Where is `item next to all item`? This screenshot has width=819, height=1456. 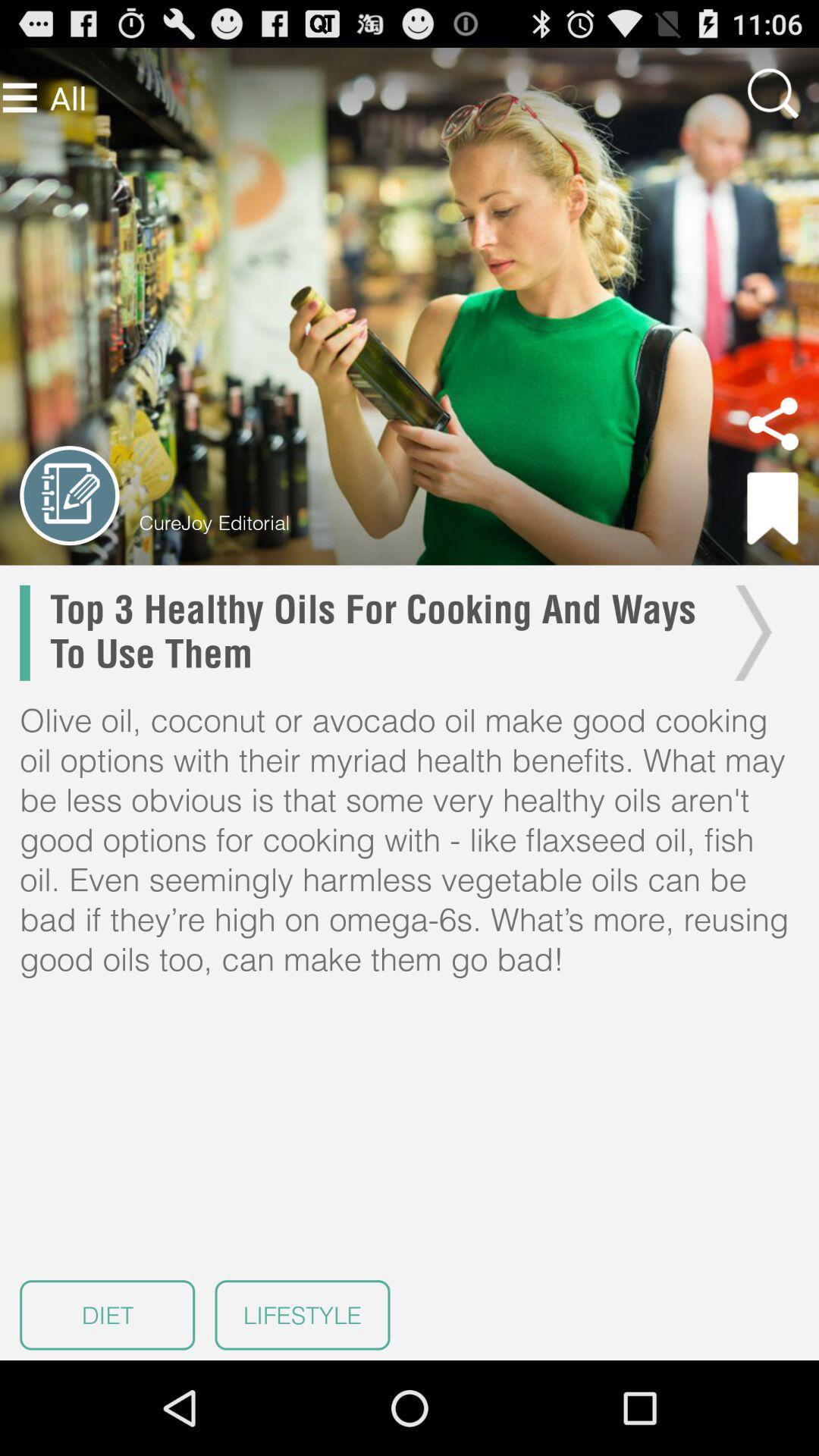 item next to all item is located at coordinates (20, 97).